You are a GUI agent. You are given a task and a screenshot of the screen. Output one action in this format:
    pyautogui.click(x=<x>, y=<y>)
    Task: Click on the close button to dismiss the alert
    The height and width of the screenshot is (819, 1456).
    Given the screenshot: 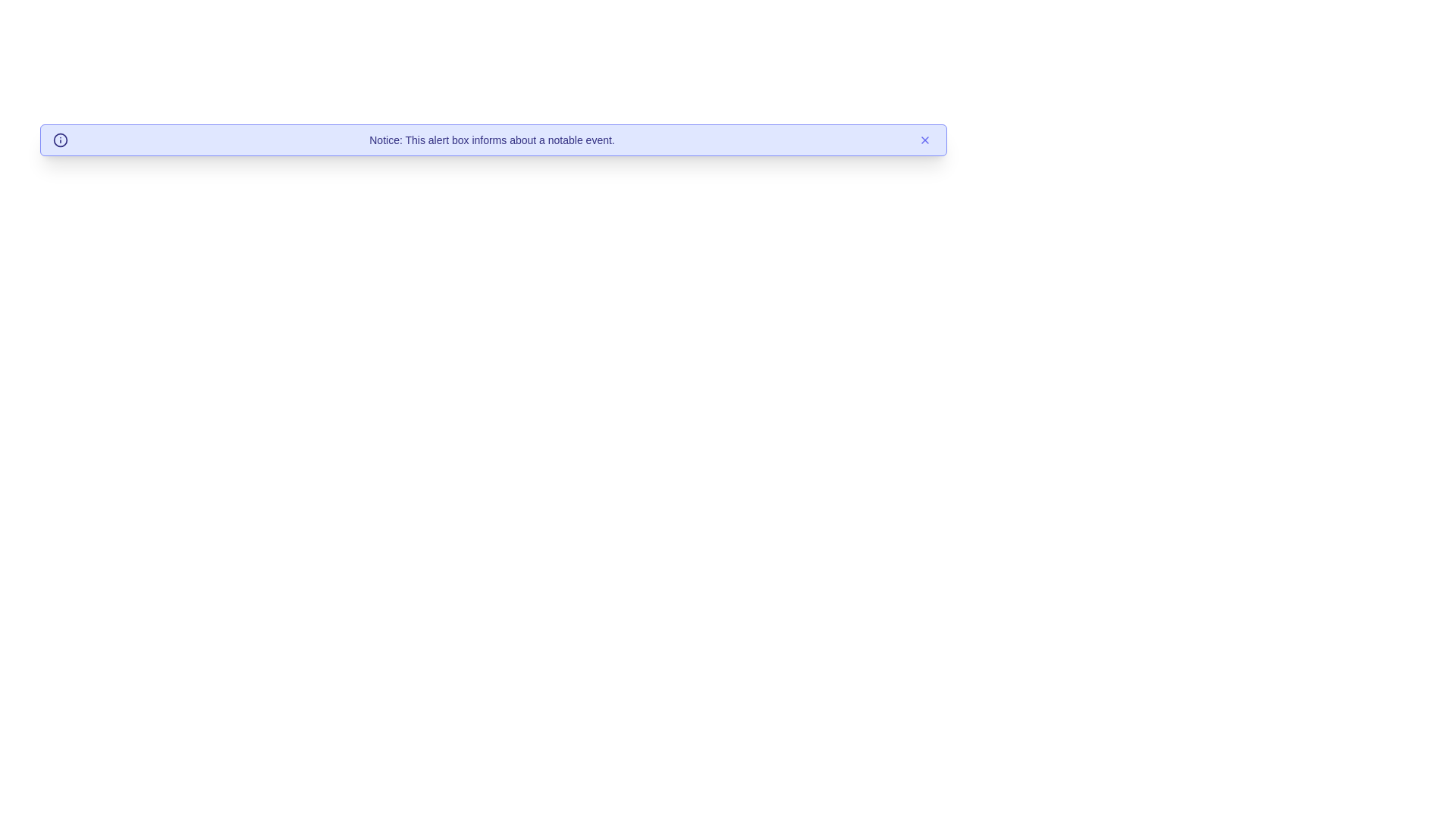 What is the action you would take?
    pyautogui.click(x=924, y=140)
    